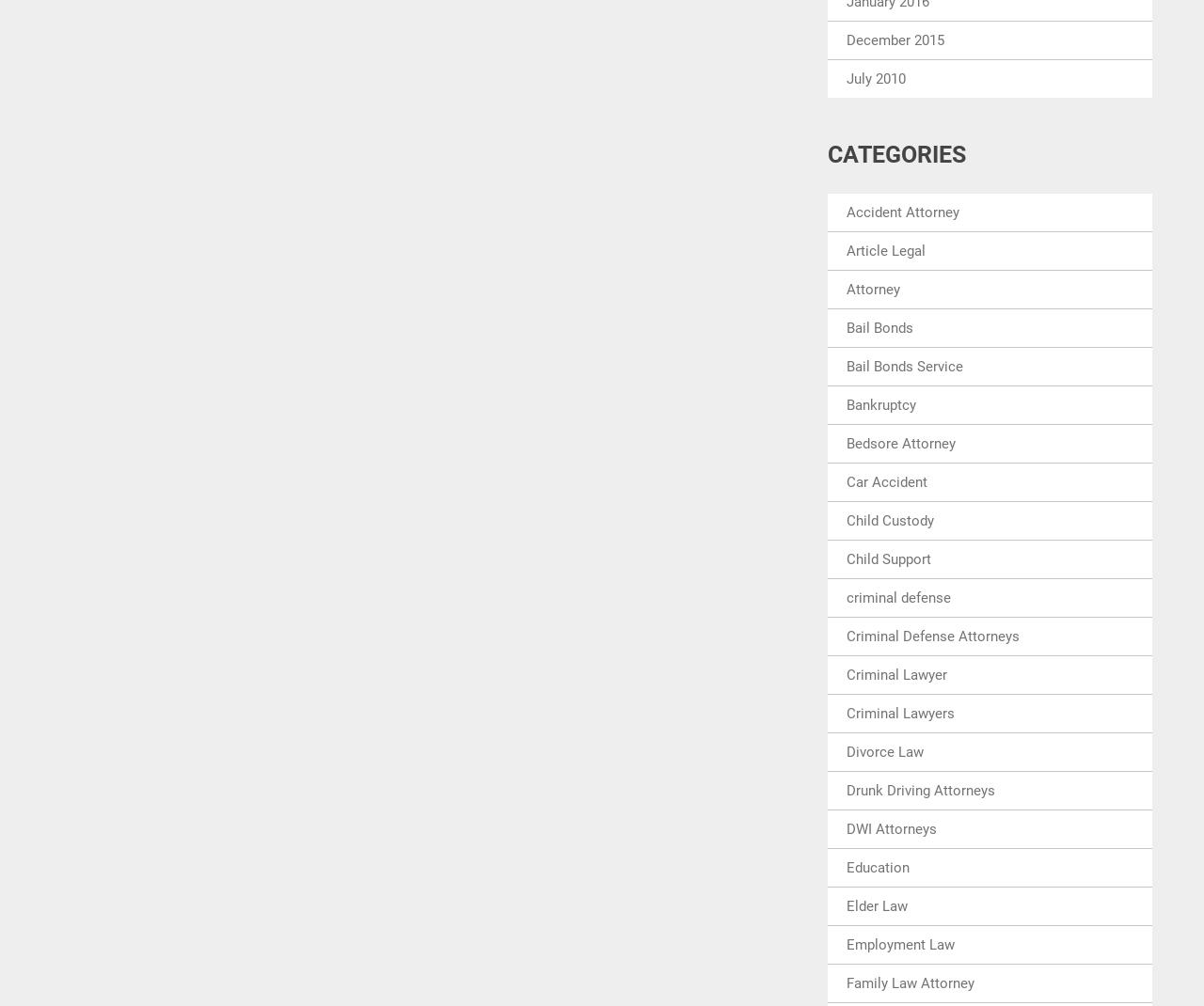  I want to click on 'Divorce Law', so click(884, 749).